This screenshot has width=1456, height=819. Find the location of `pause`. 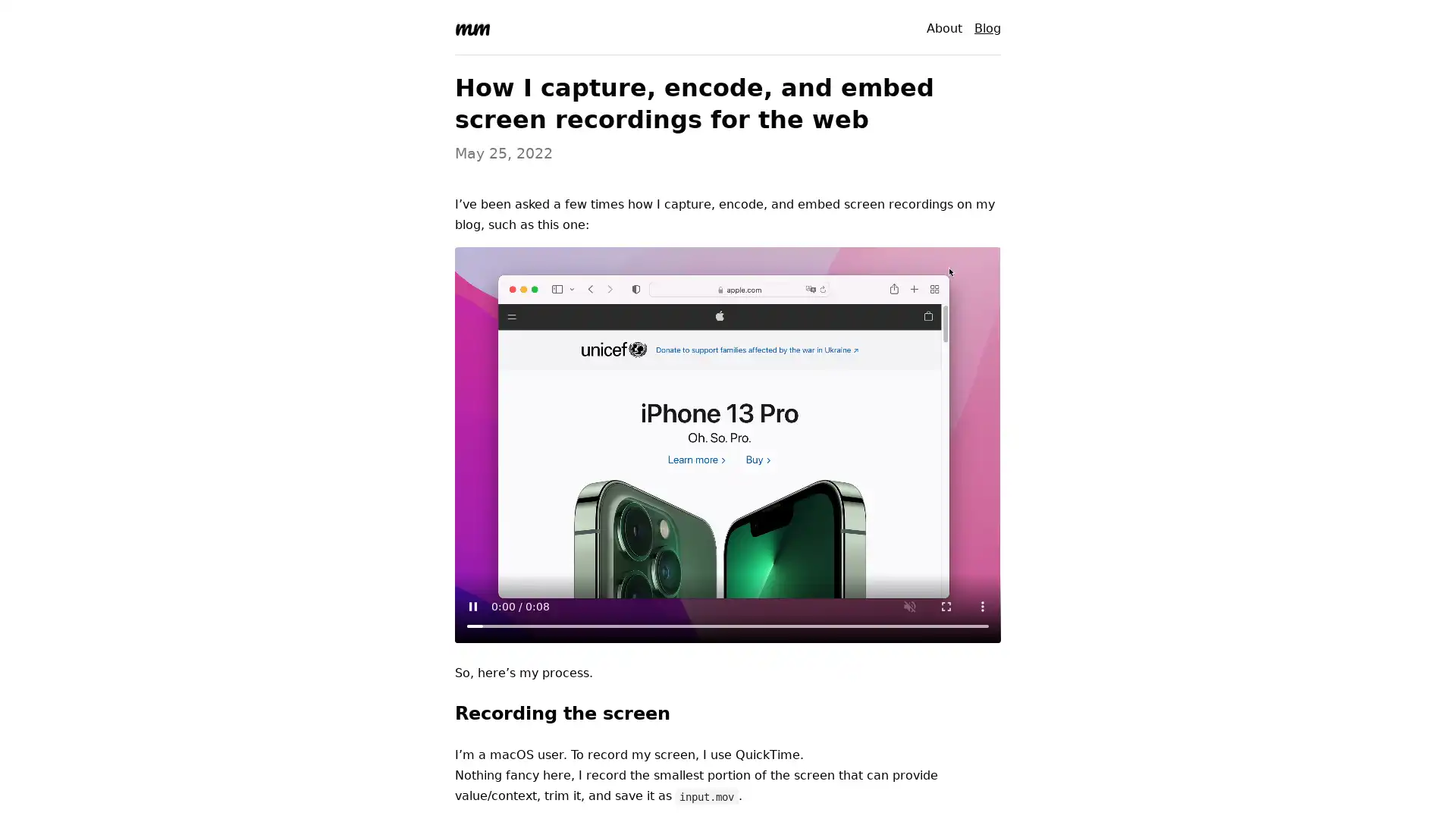

pause is located at coordinates (472, 605).